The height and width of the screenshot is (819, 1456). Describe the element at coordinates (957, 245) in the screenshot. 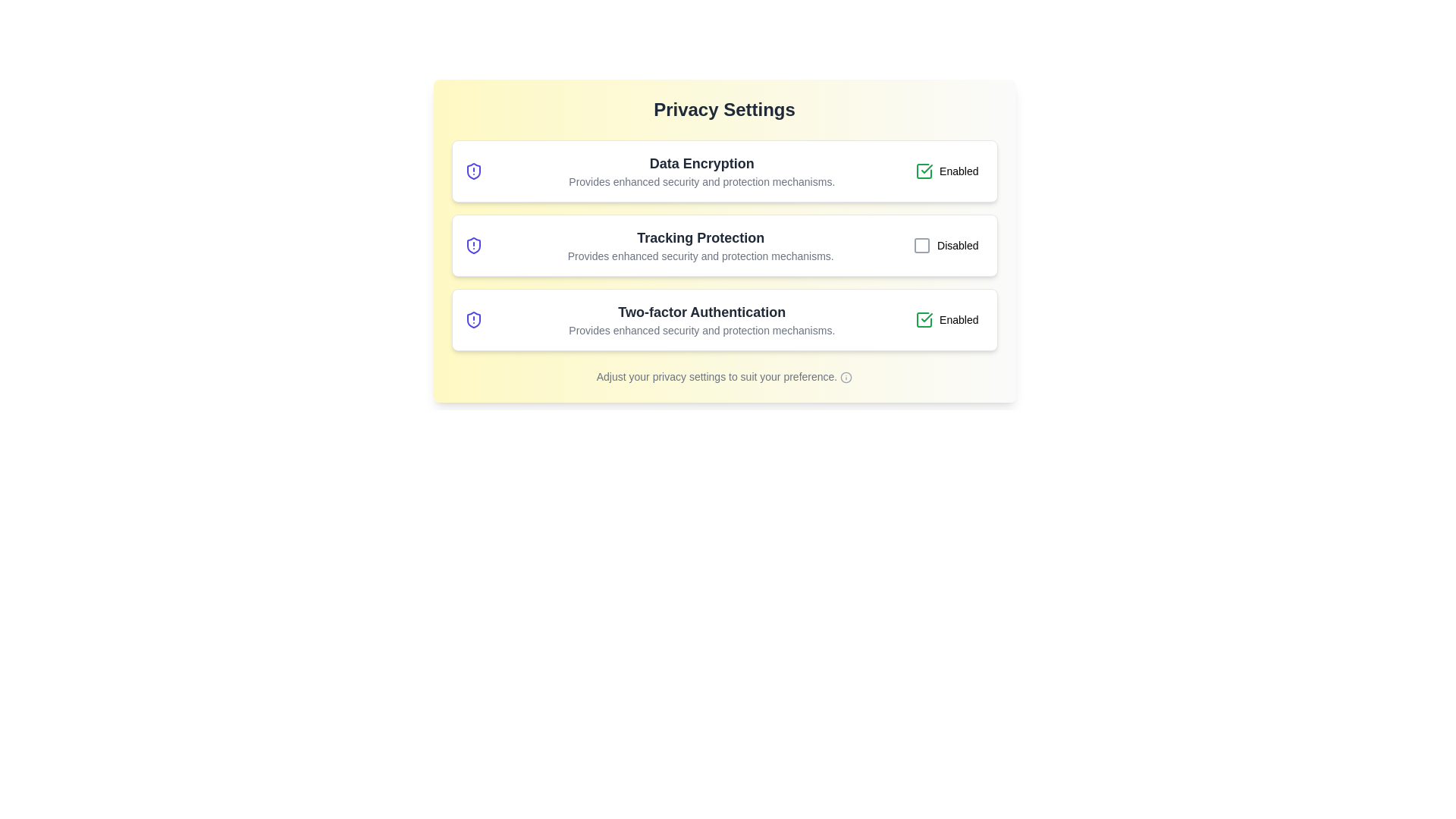

I see `the 'Disabled' text label that is part of the 'Tracking Protection' row in the privacy settings section, located to the right of a checkbox` at that location.